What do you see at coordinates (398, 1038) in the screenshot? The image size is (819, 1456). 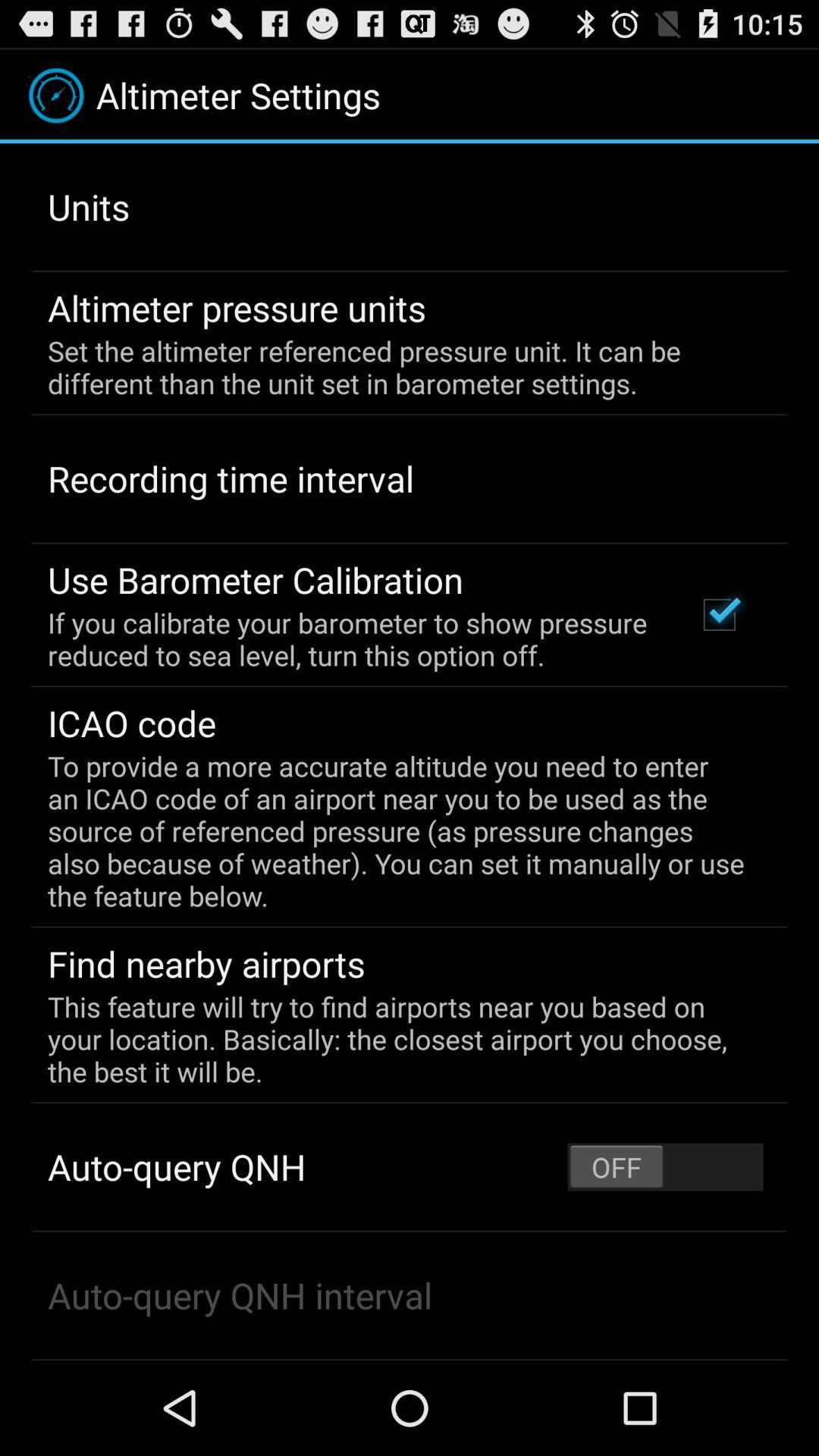 I see `item below the find nearby airports item` at bounding box center [398, 1038].